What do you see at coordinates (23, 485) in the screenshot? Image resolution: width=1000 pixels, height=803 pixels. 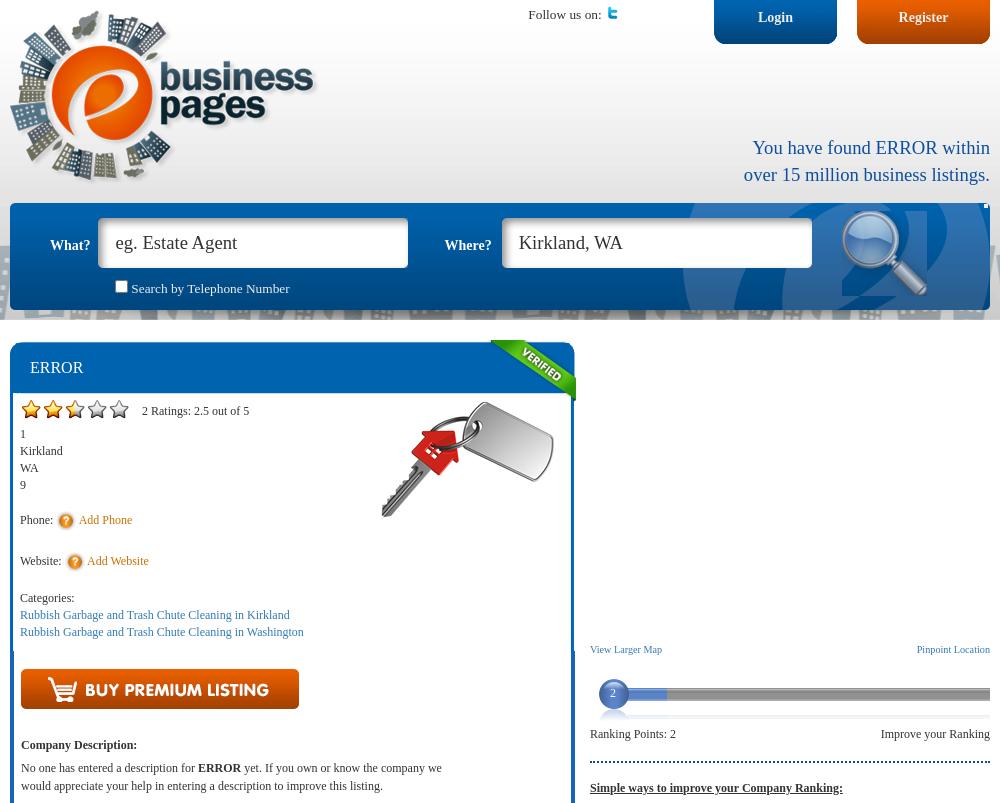 I see `'9'` at bounding box center [23, 485].